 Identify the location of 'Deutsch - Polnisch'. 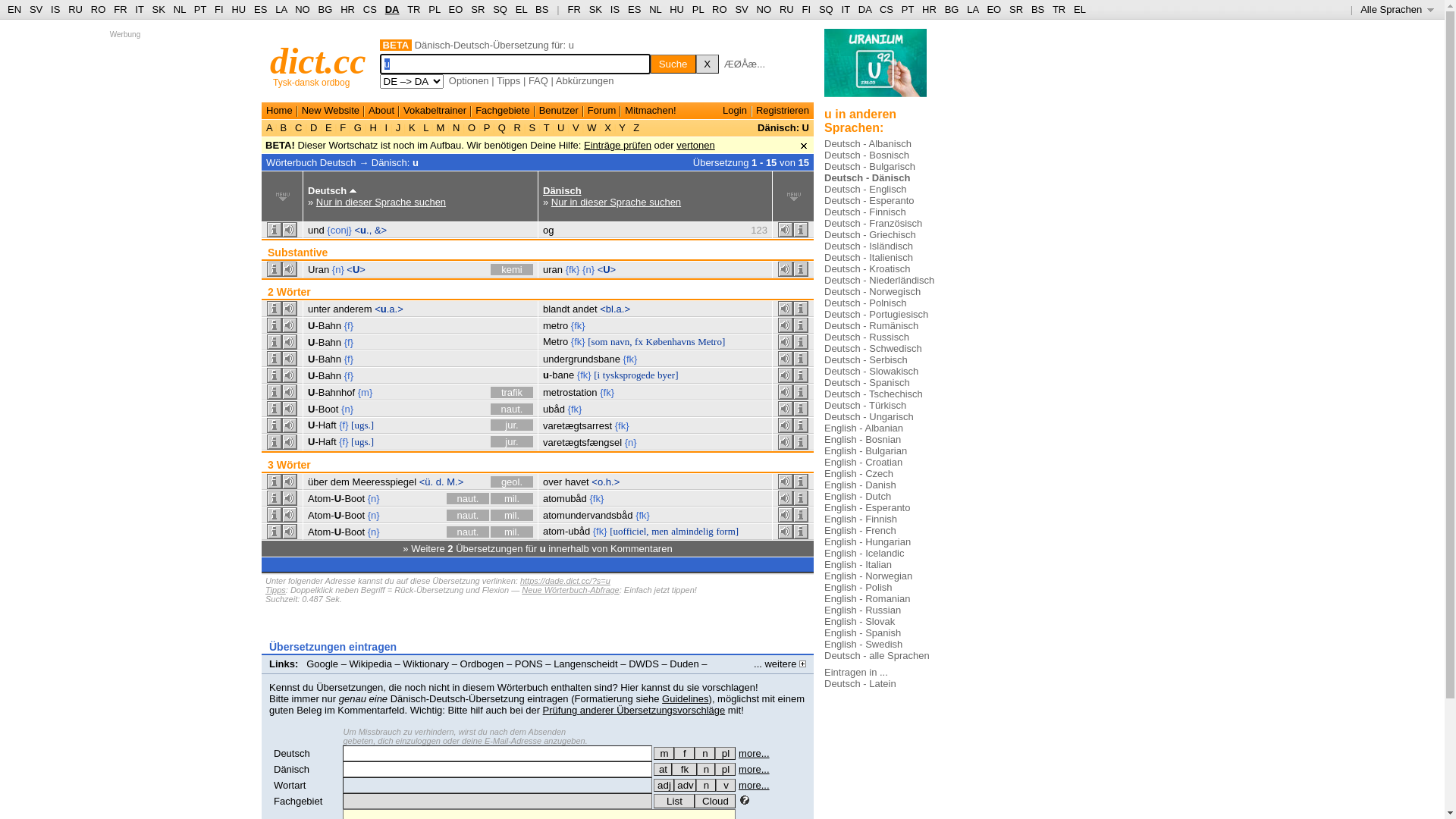
(865, 303).